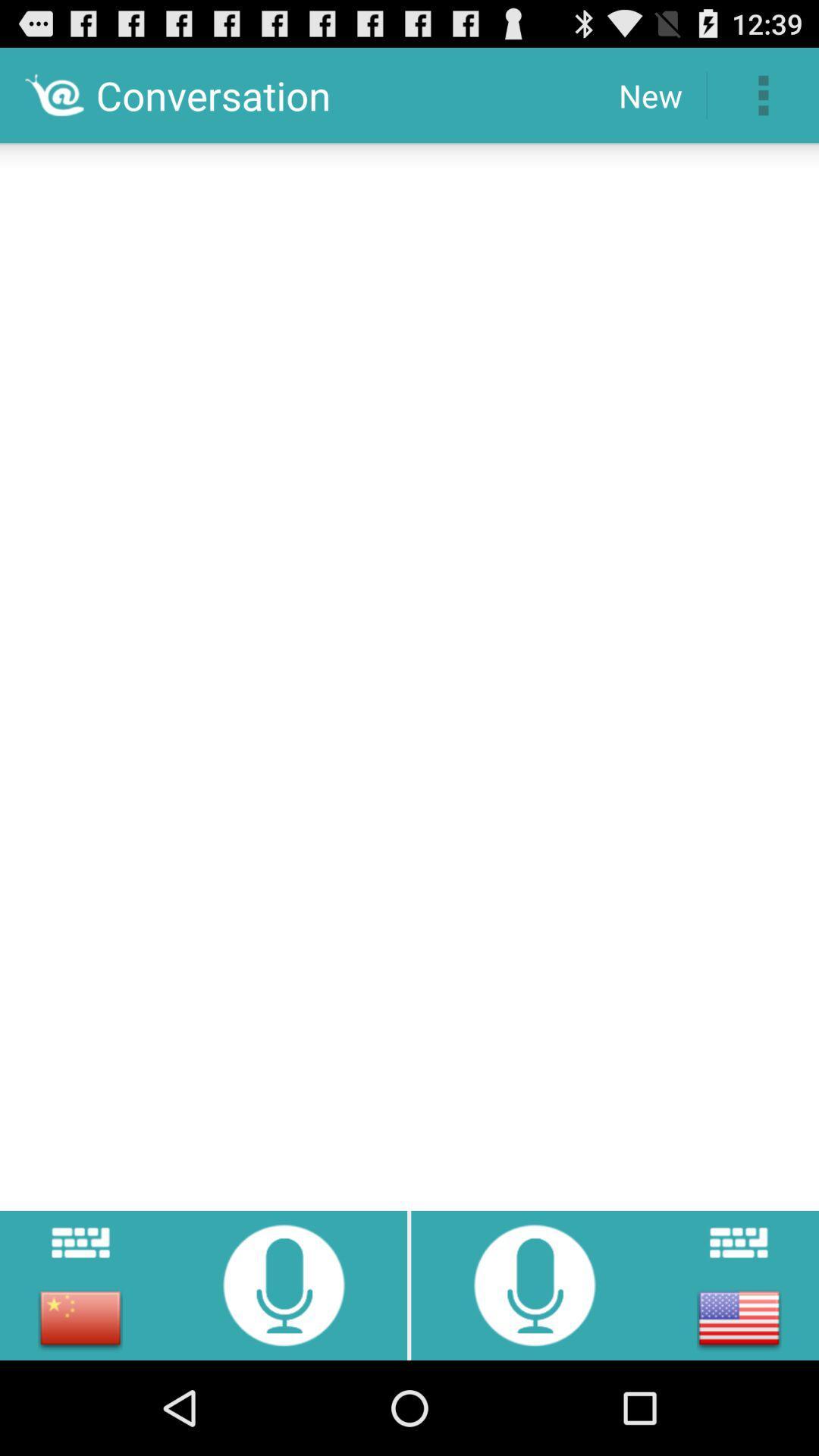  What do you see at coordinates (649, 94) in the screenshot?
I see `the item to the right of the conversation icon` at bounding box center [649, 94].